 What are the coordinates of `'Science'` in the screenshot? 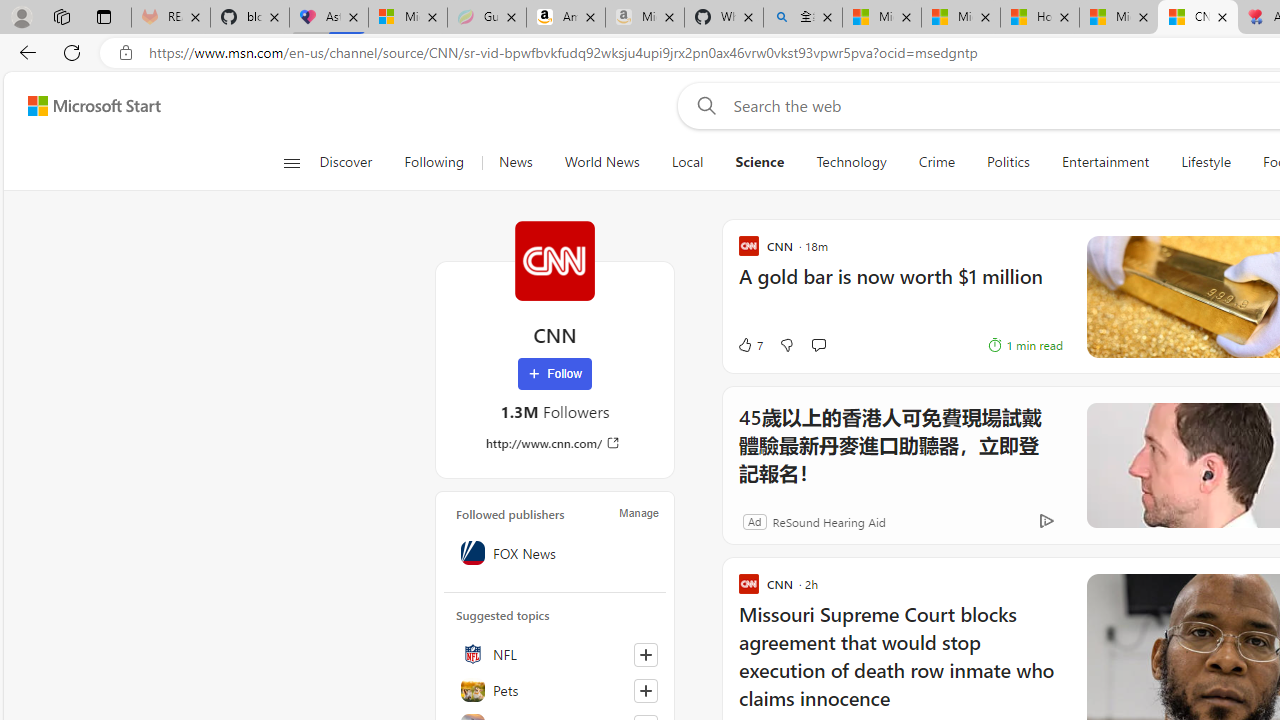 It's located at (759, 162).